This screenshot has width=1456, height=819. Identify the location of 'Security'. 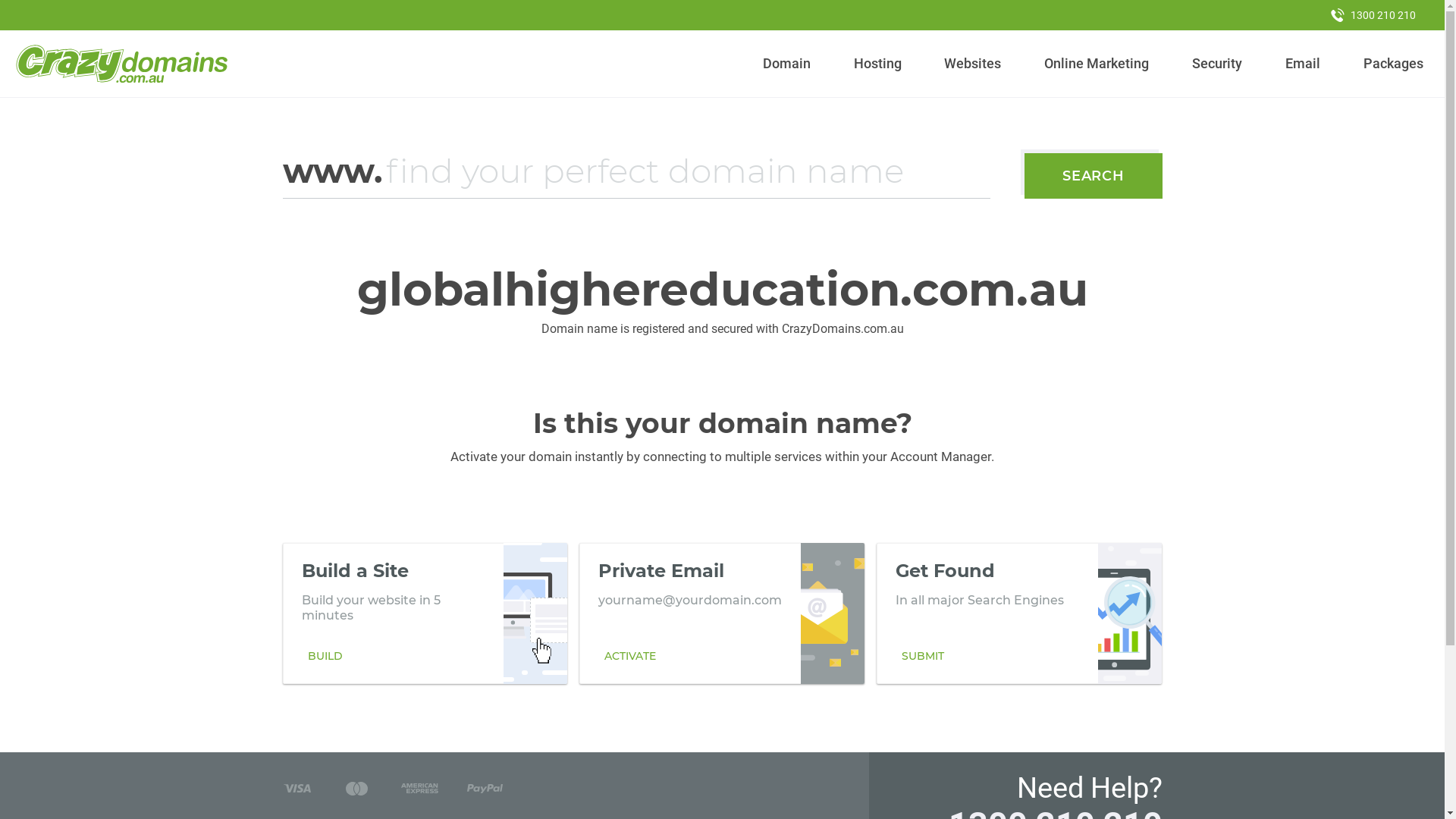
(1217, 63).